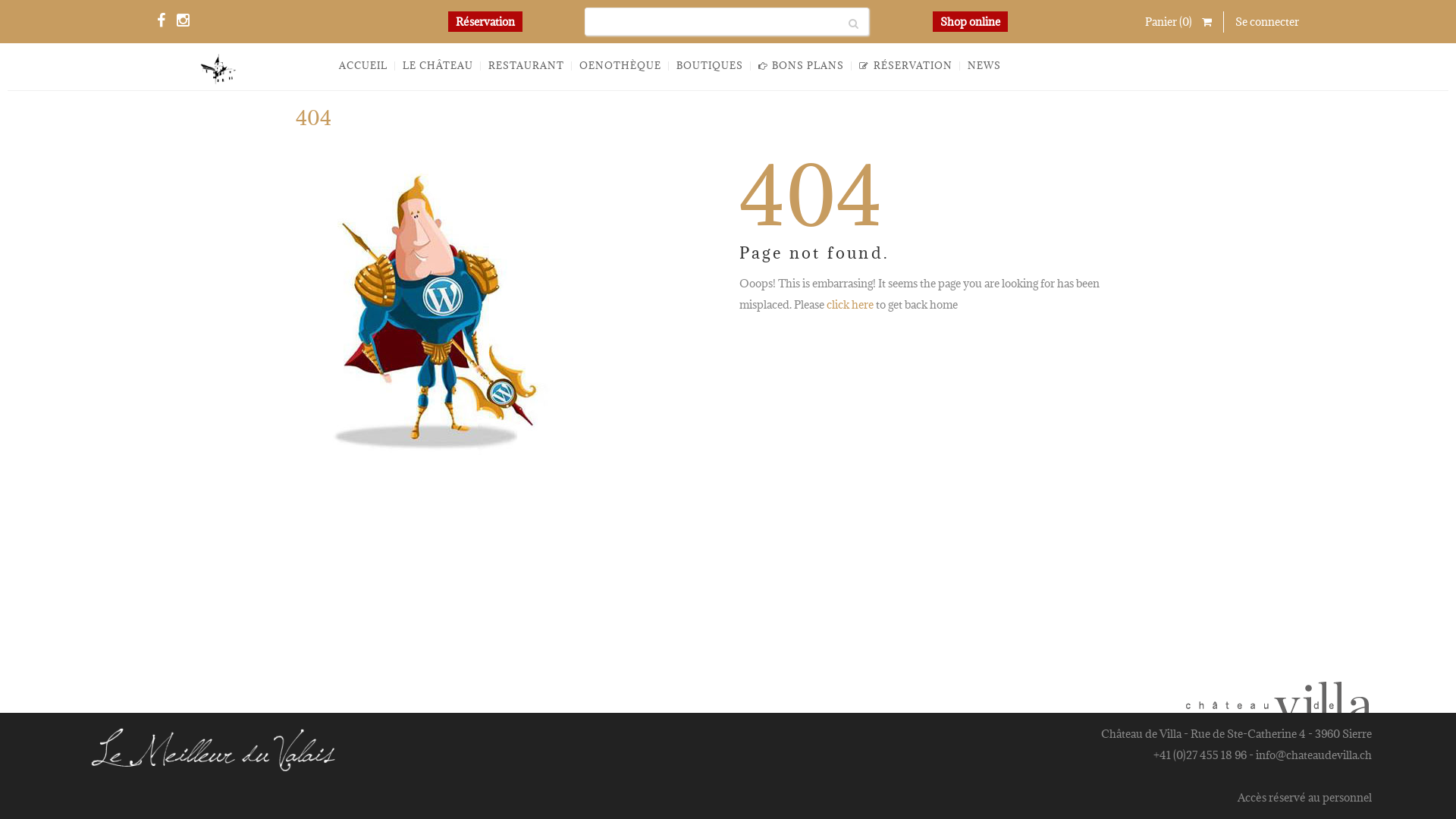  I want to click on 'RESTAURANT', so click(526, 65).